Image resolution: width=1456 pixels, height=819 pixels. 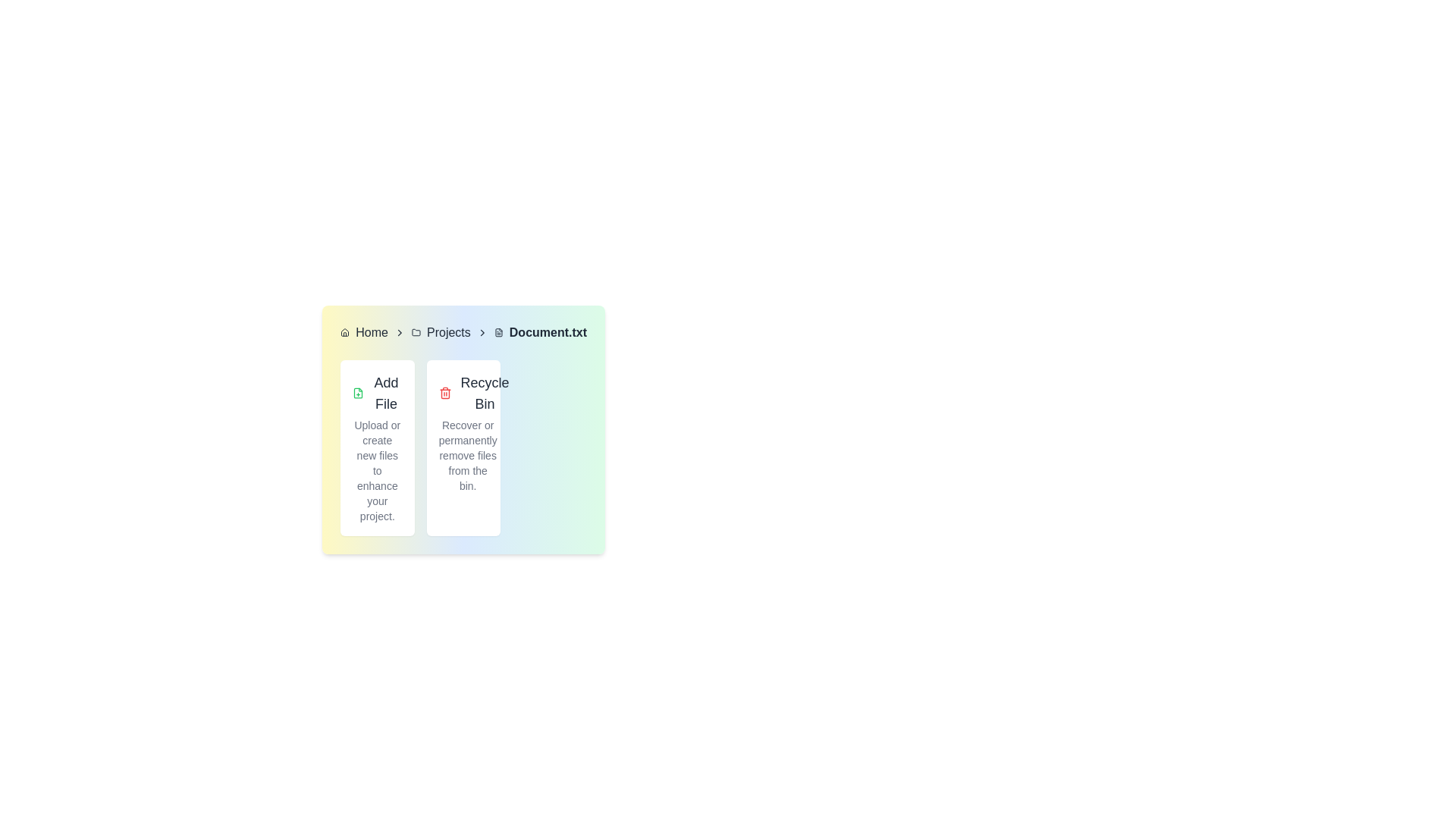 What do you see at coordinates (484, 393) in the screenshot?
I see `the 'Recycle Bin' text label, which is styled with a larger font size and dark gray color, located within a card-like UI component that is centrally positioned below a breadcrumb navigation bar` at bounding box center [484, 393].